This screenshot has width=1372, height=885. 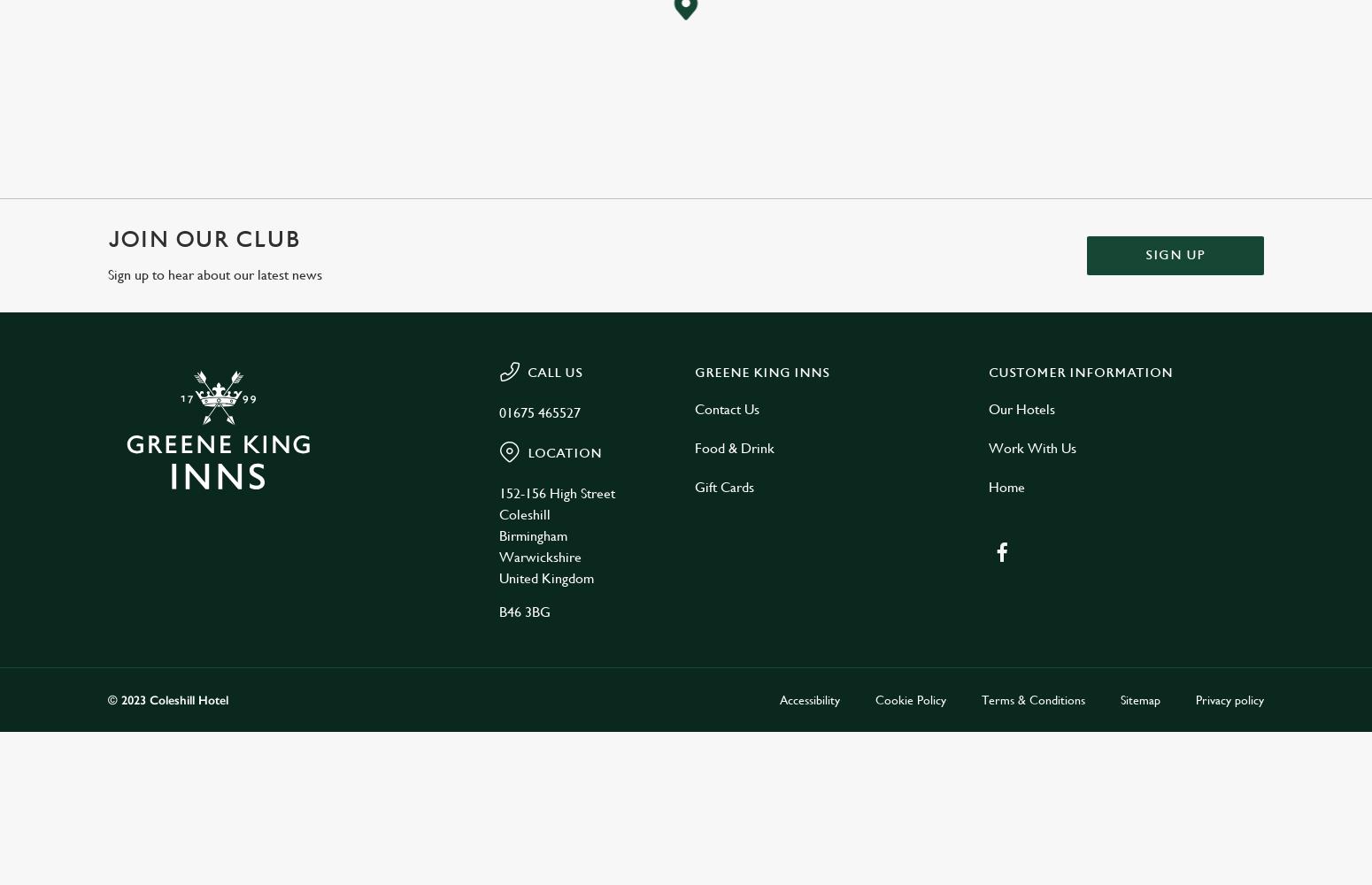 What do you see at coordinates (734, 448) in the screenshot?
I see `'Food & Drink'` at bounding box center [734, 448].